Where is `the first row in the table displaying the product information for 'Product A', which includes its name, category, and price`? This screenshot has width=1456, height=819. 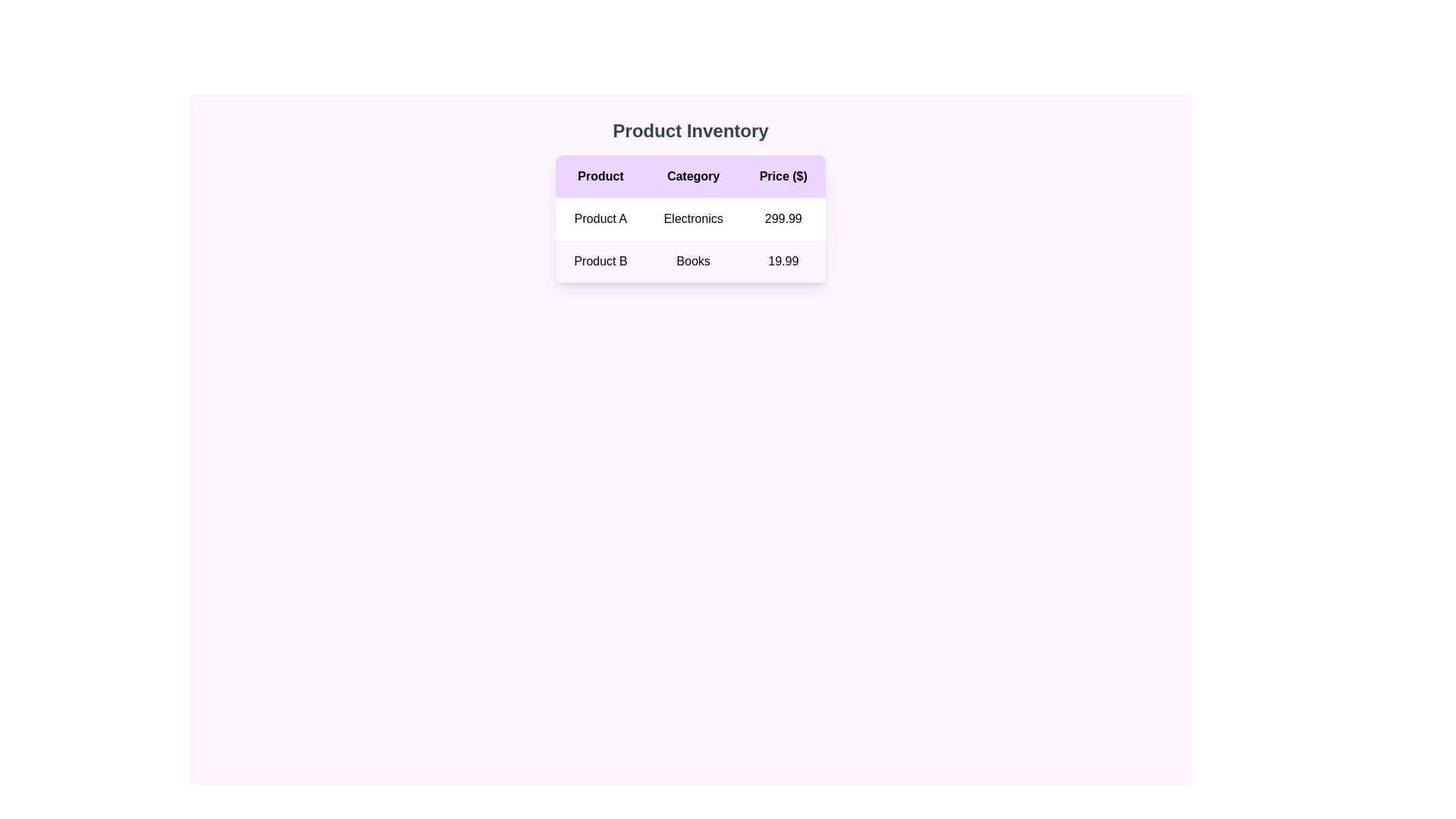 the first row in the table displaying the product information for 'Product A', which includes its name, category, and price is located at coordinates (690, 219).